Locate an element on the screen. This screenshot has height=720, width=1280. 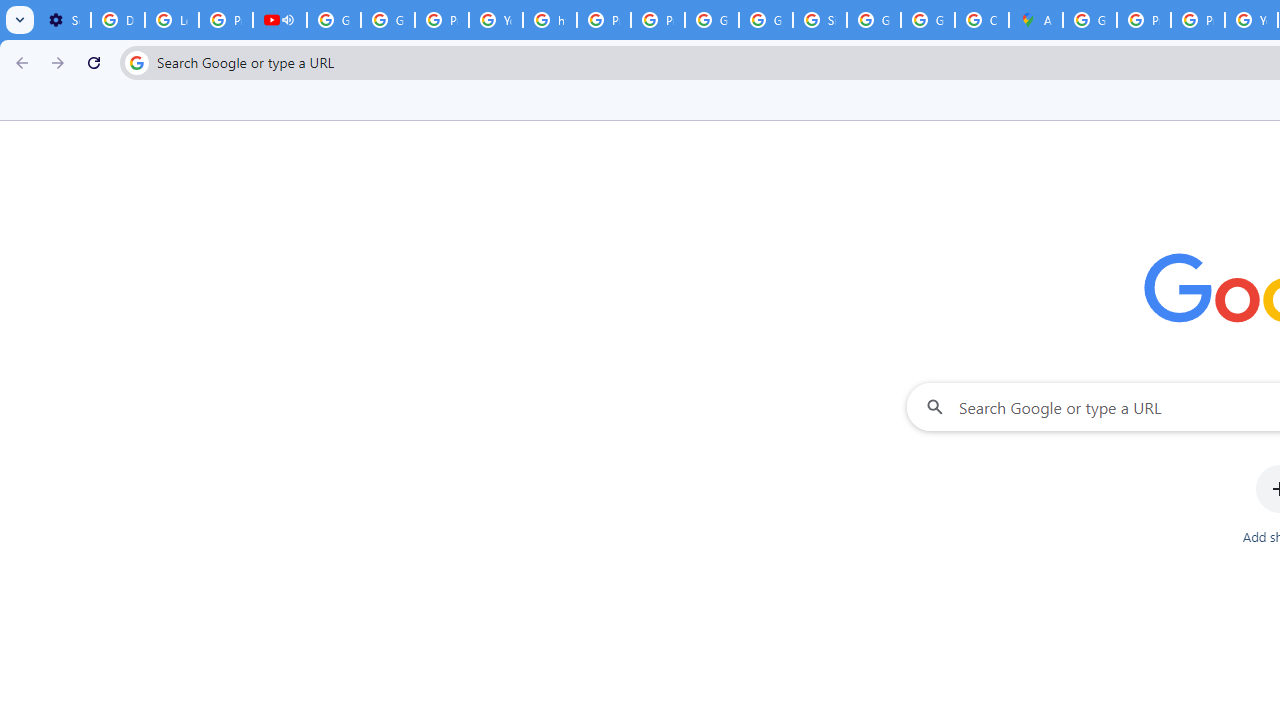
'https://scholar.google.com/' is located at coordinates (550, 20).